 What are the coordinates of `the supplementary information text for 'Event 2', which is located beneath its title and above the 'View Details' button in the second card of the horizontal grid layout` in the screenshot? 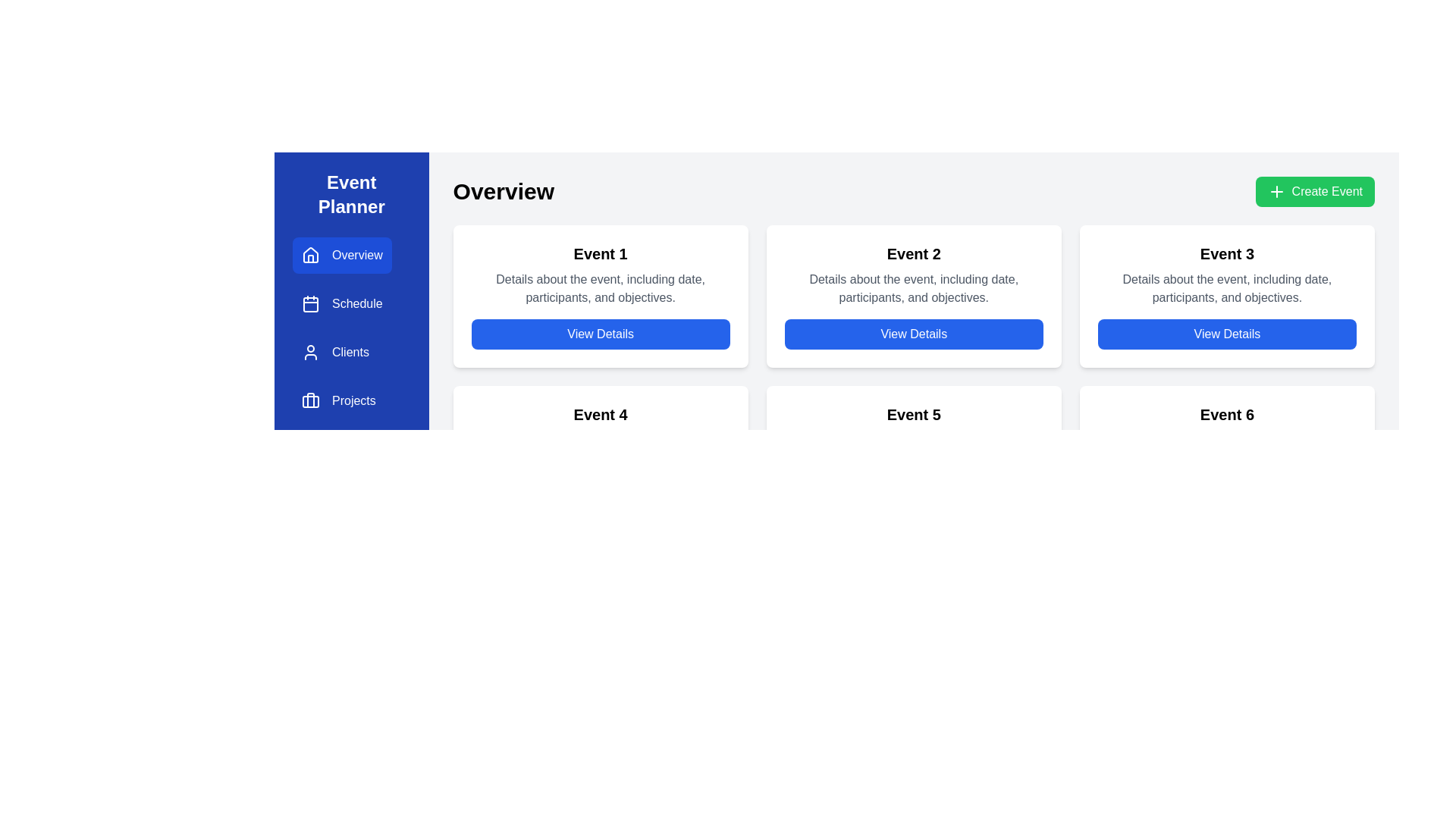 It's located at (913, 289).